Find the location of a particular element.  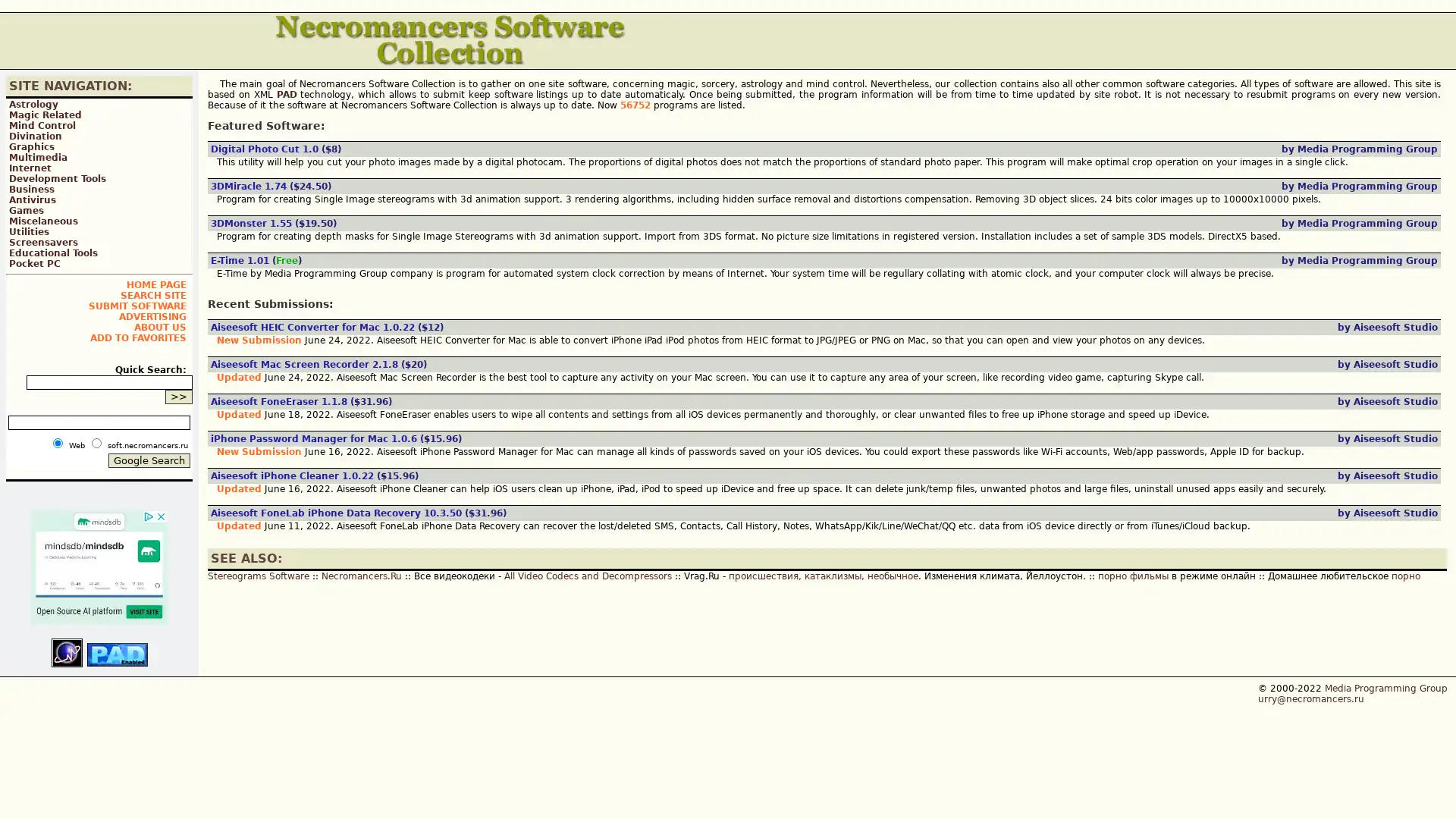

>> is located at coordinates (178, 396).